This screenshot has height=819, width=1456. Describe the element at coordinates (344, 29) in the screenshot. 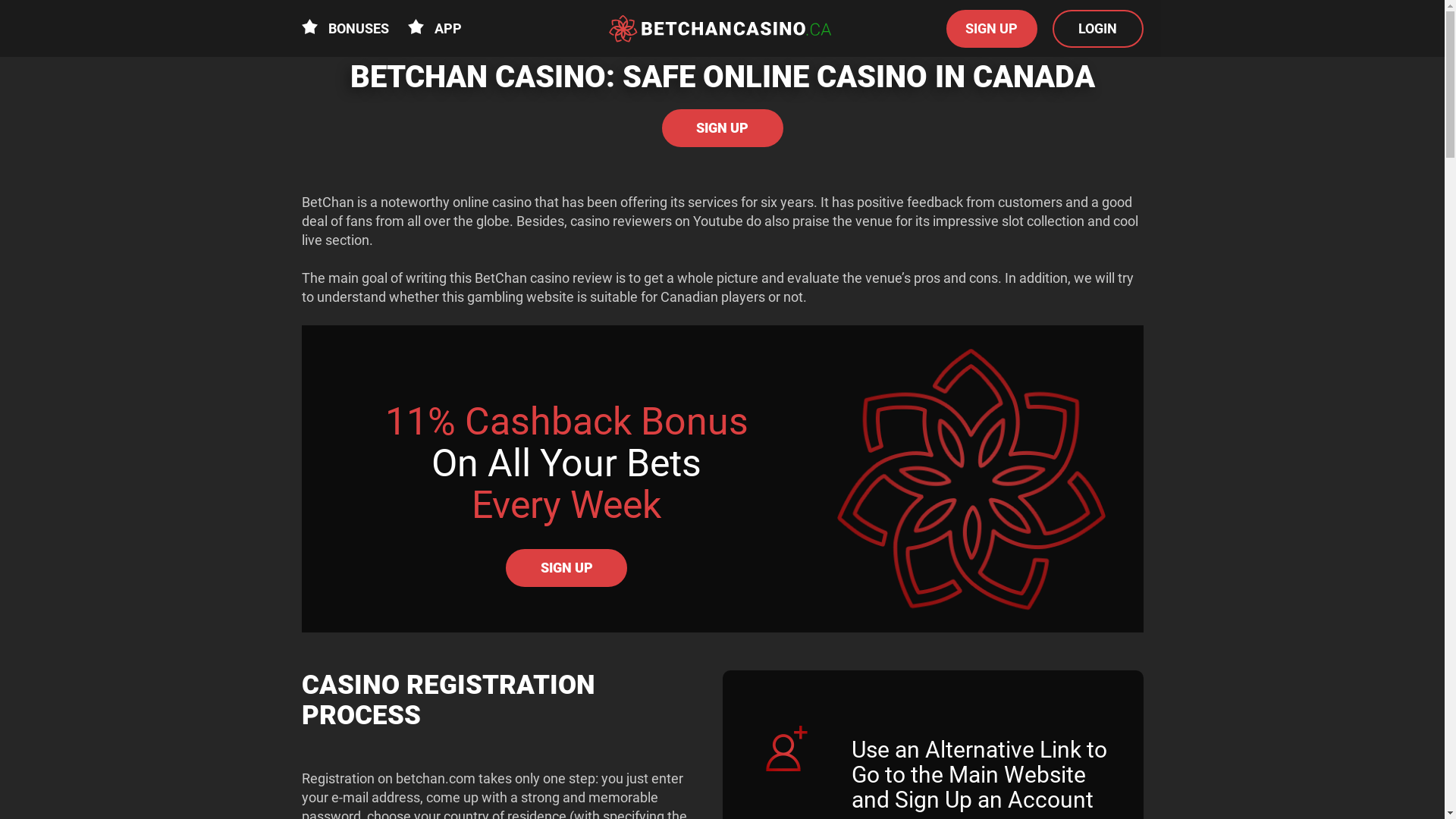

I see `'BONUSES'` at that location.